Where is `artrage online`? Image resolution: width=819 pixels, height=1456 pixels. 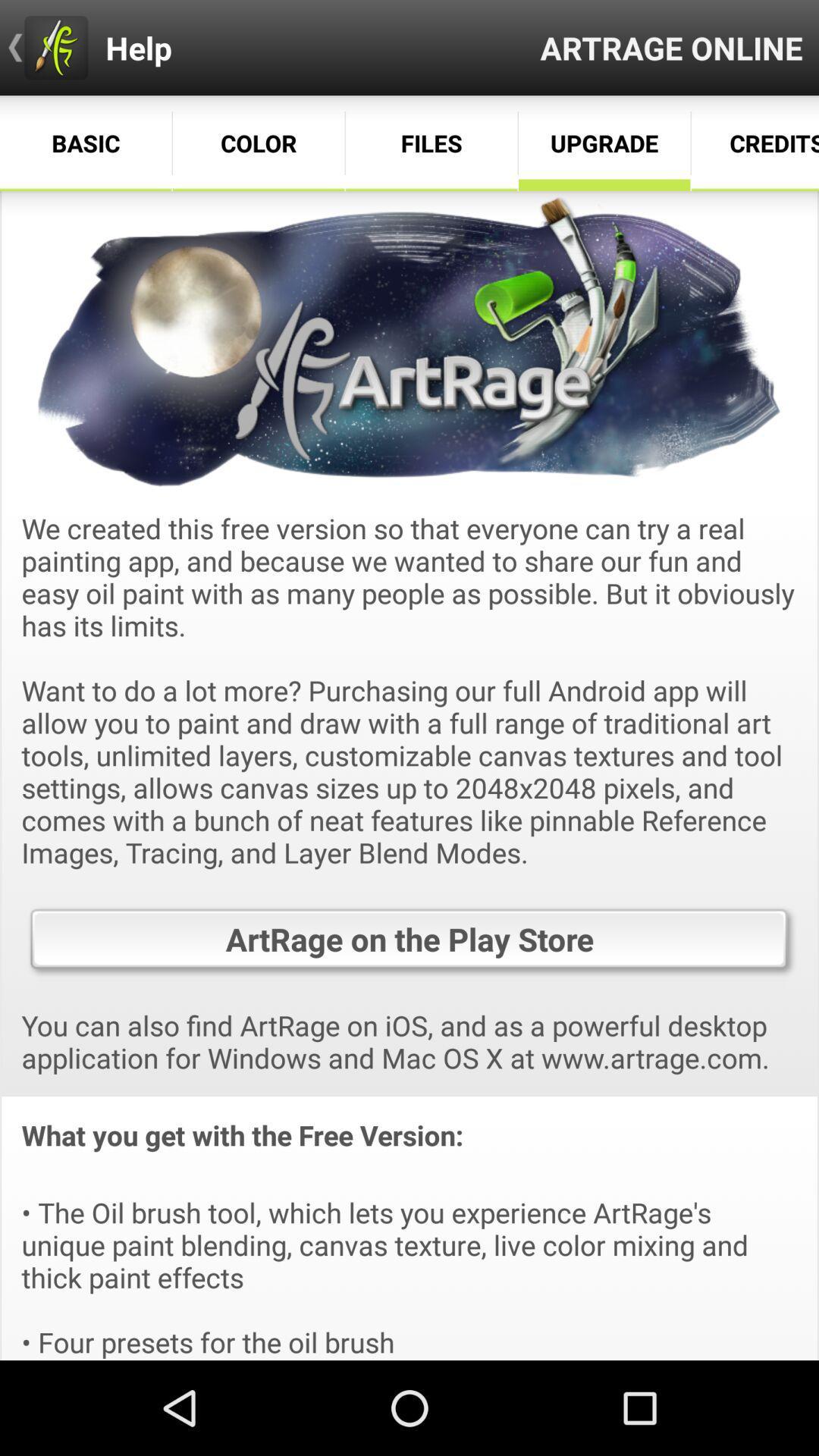
artrage online is located at coordinates (670, 47).